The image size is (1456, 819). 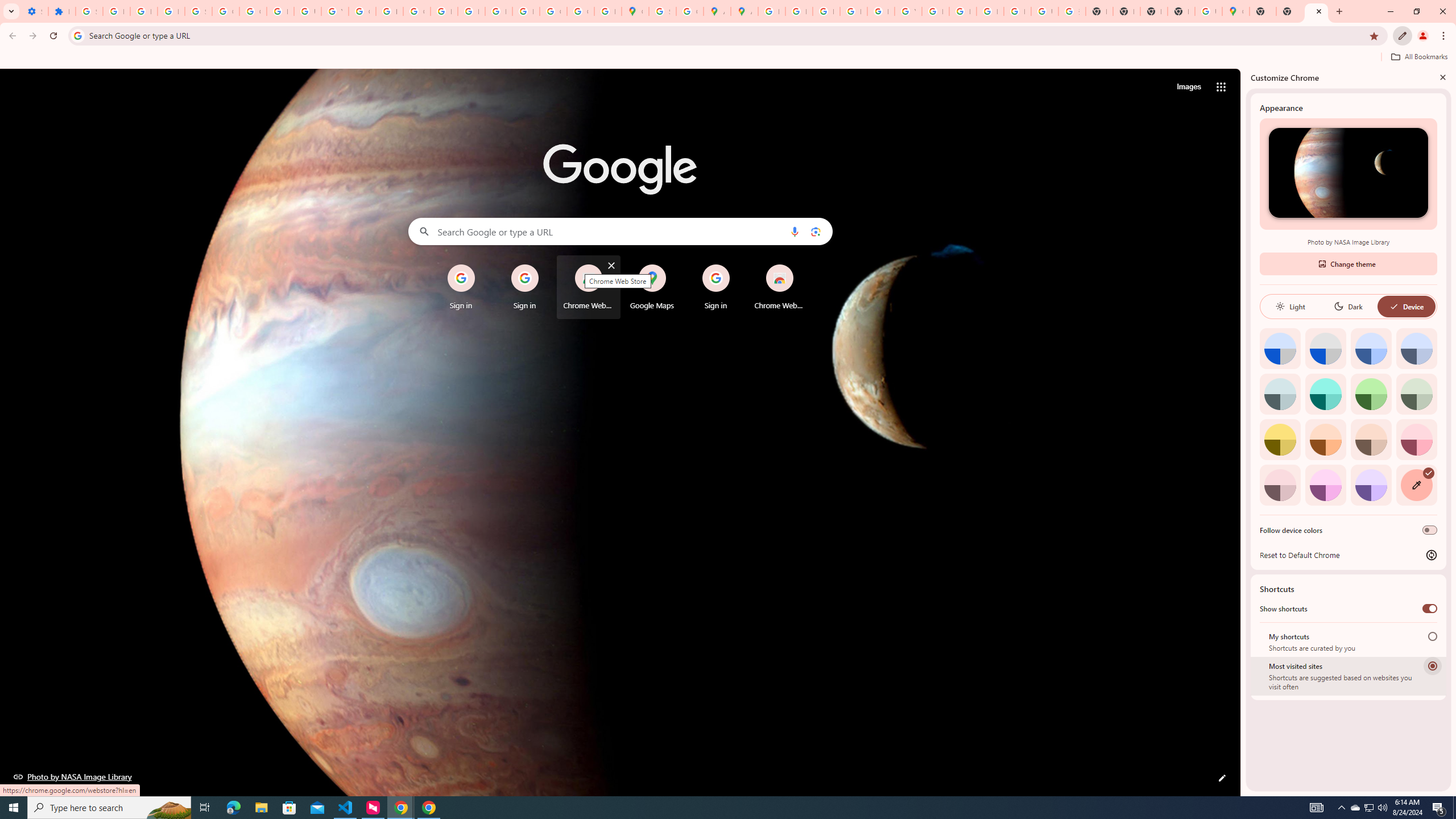 I want to click on 'Custom color', so click(x=1416, y=484).